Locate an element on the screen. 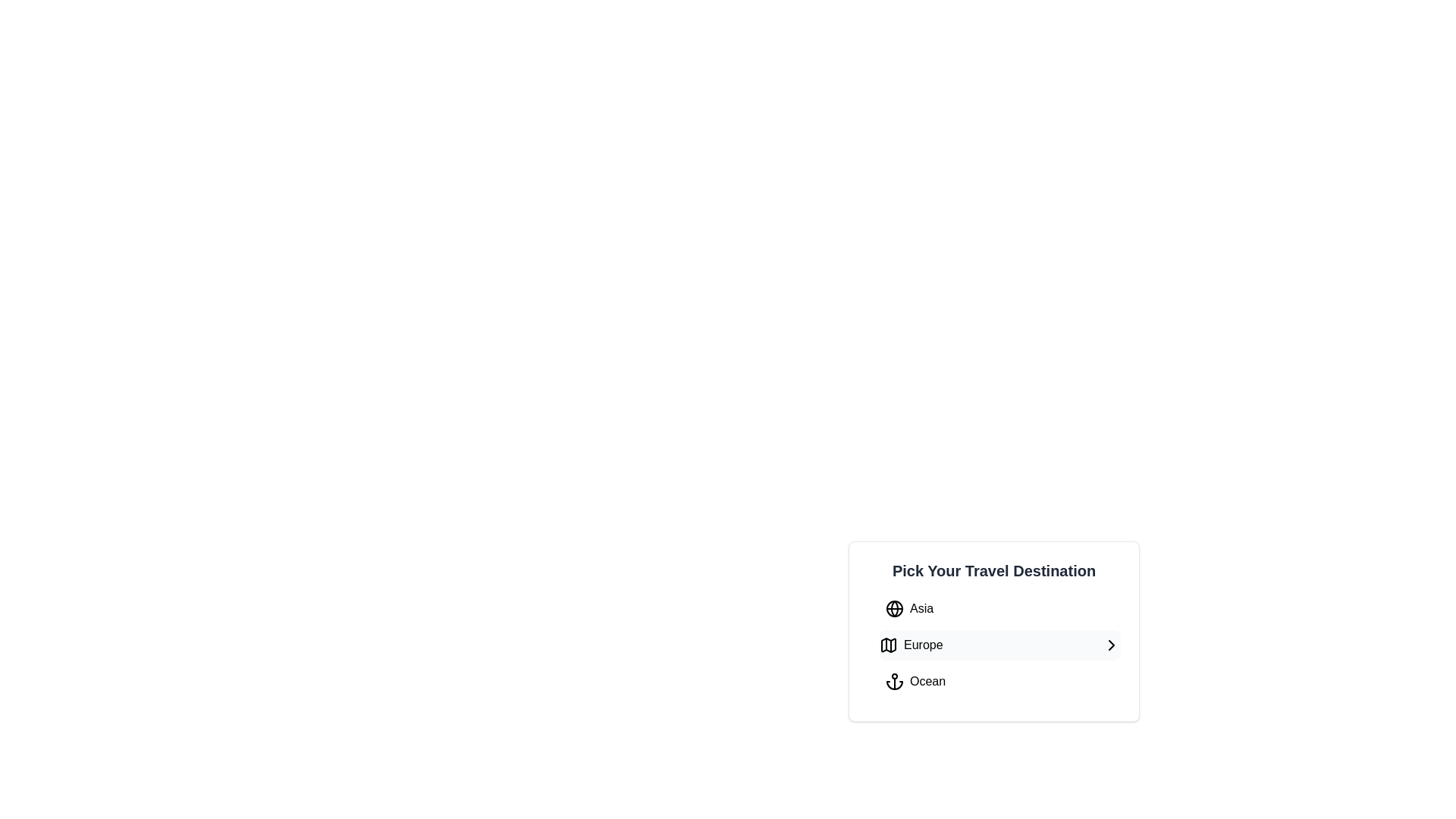 The image size is (1456, 819). the third selectable item labeled 'Ocean' which features an anchor icon on the left within a modal interface is located at coordinates (915, 680).